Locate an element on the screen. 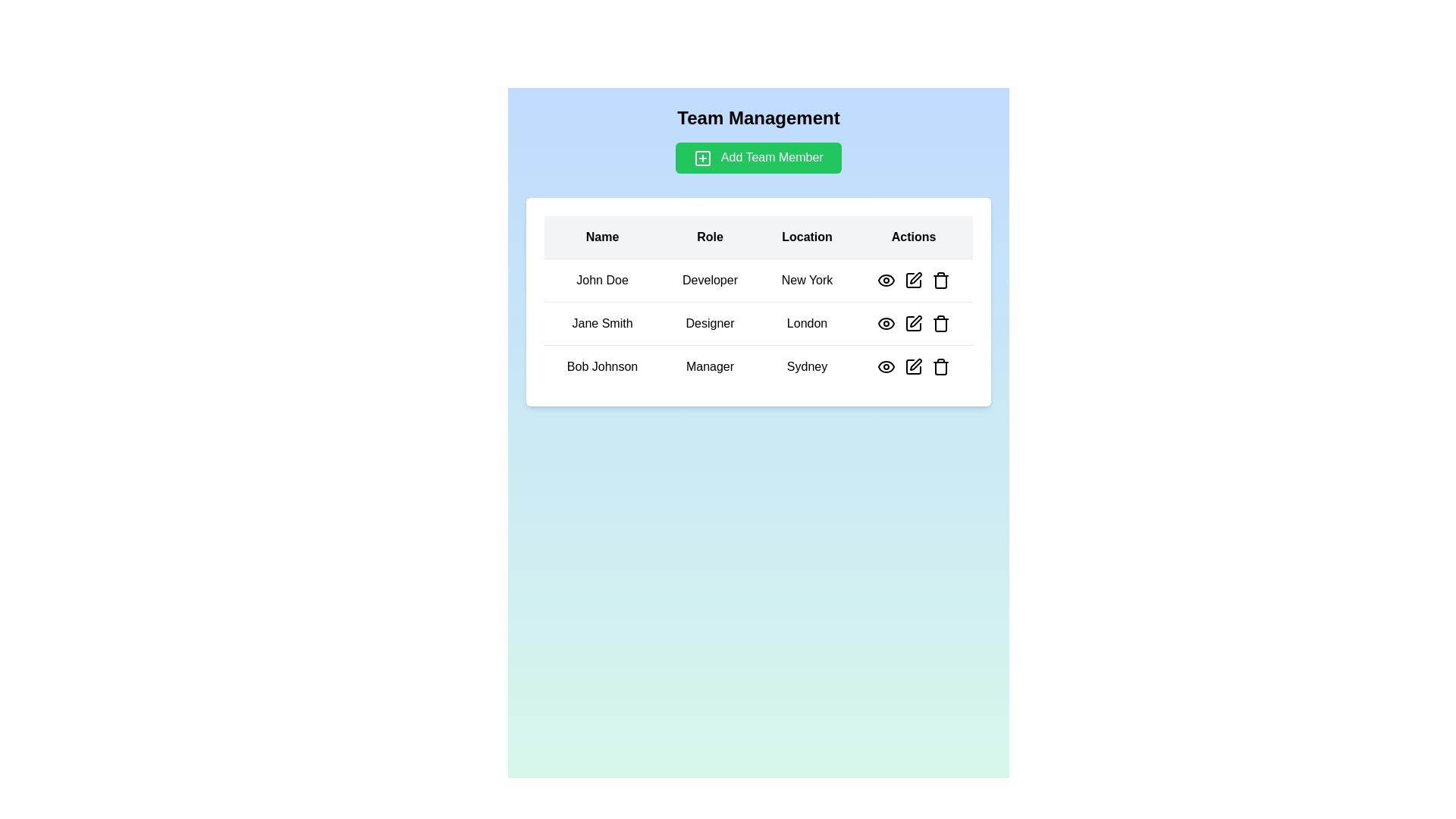  the text label displaying 'New York' associated with 'John Doe' in the team management table for potential interactions is located at coordinates (806, 280).